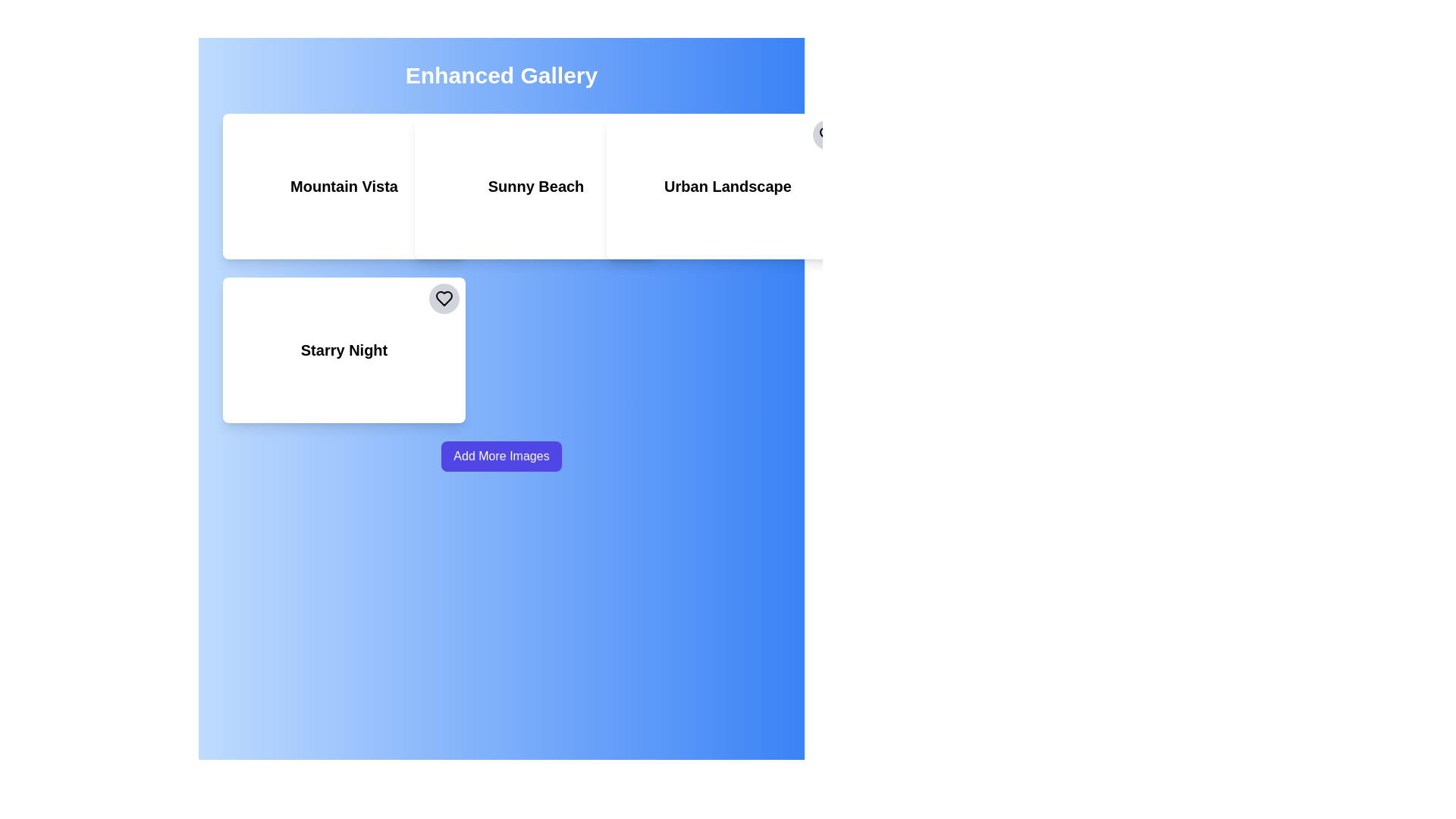  Describe the element at coordinates (344, 350) in the screenshot. I see `the fourth card in the grid layout representing 'Starry Night' located in the bottom-left section` at that location.